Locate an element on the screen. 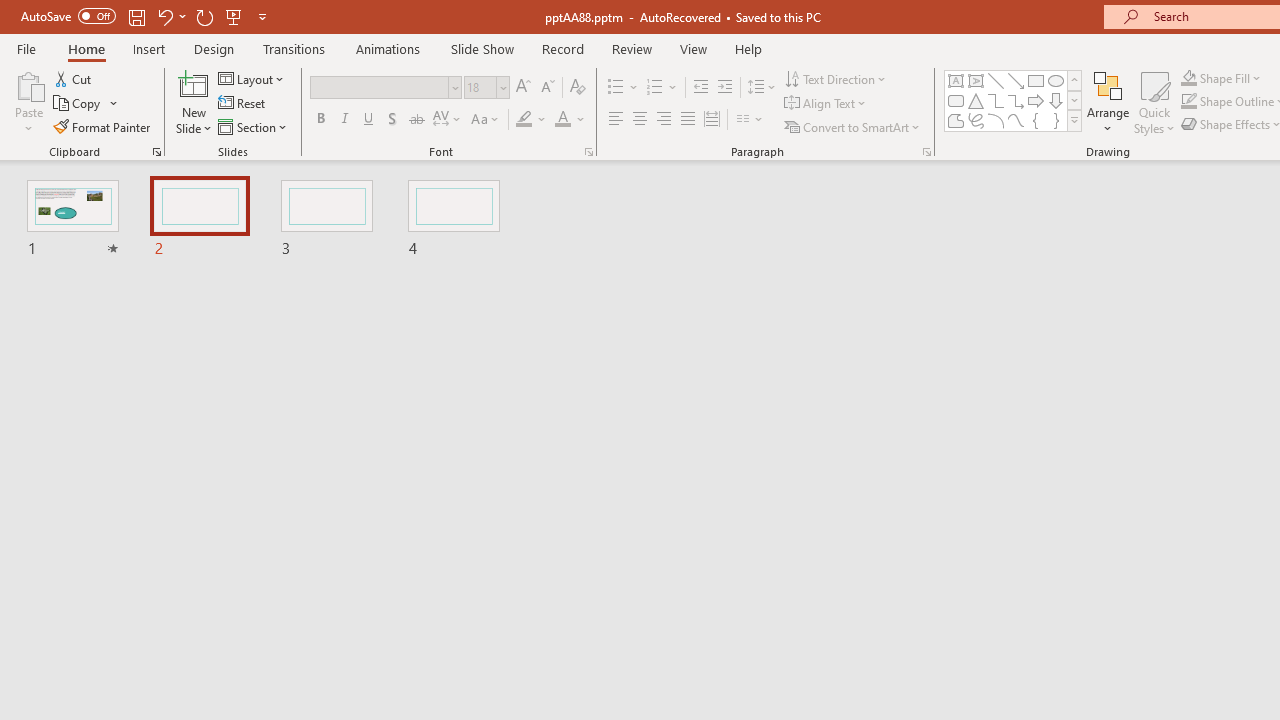 The image size is (1280, 720). 'Shape Fill Aqua, Accent 2' is located at coordinates (1189, 77).